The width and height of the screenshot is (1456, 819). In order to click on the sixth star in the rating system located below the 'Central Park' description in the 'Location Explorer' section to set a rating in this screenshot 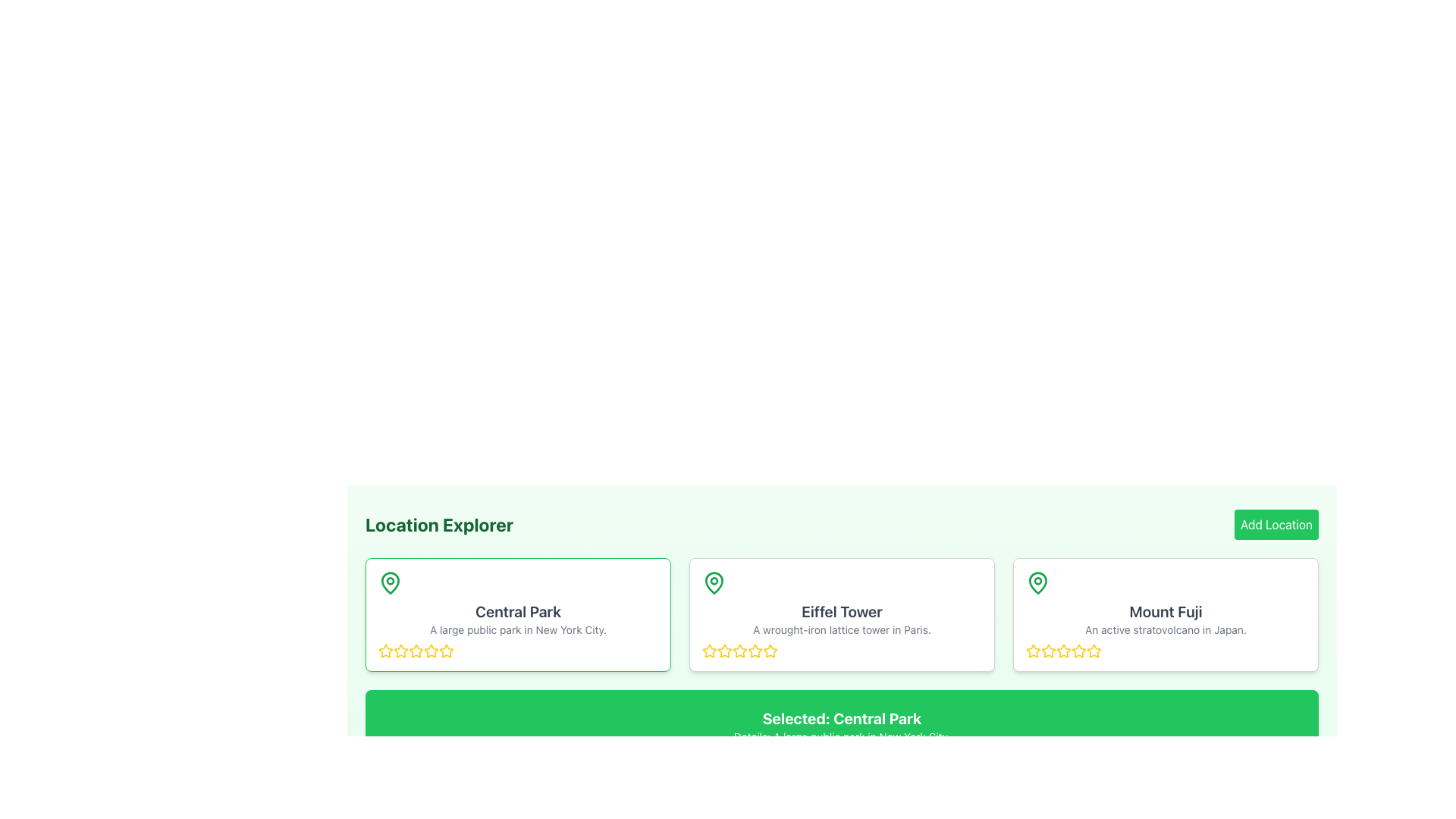, I will do `click(431, 651)`.